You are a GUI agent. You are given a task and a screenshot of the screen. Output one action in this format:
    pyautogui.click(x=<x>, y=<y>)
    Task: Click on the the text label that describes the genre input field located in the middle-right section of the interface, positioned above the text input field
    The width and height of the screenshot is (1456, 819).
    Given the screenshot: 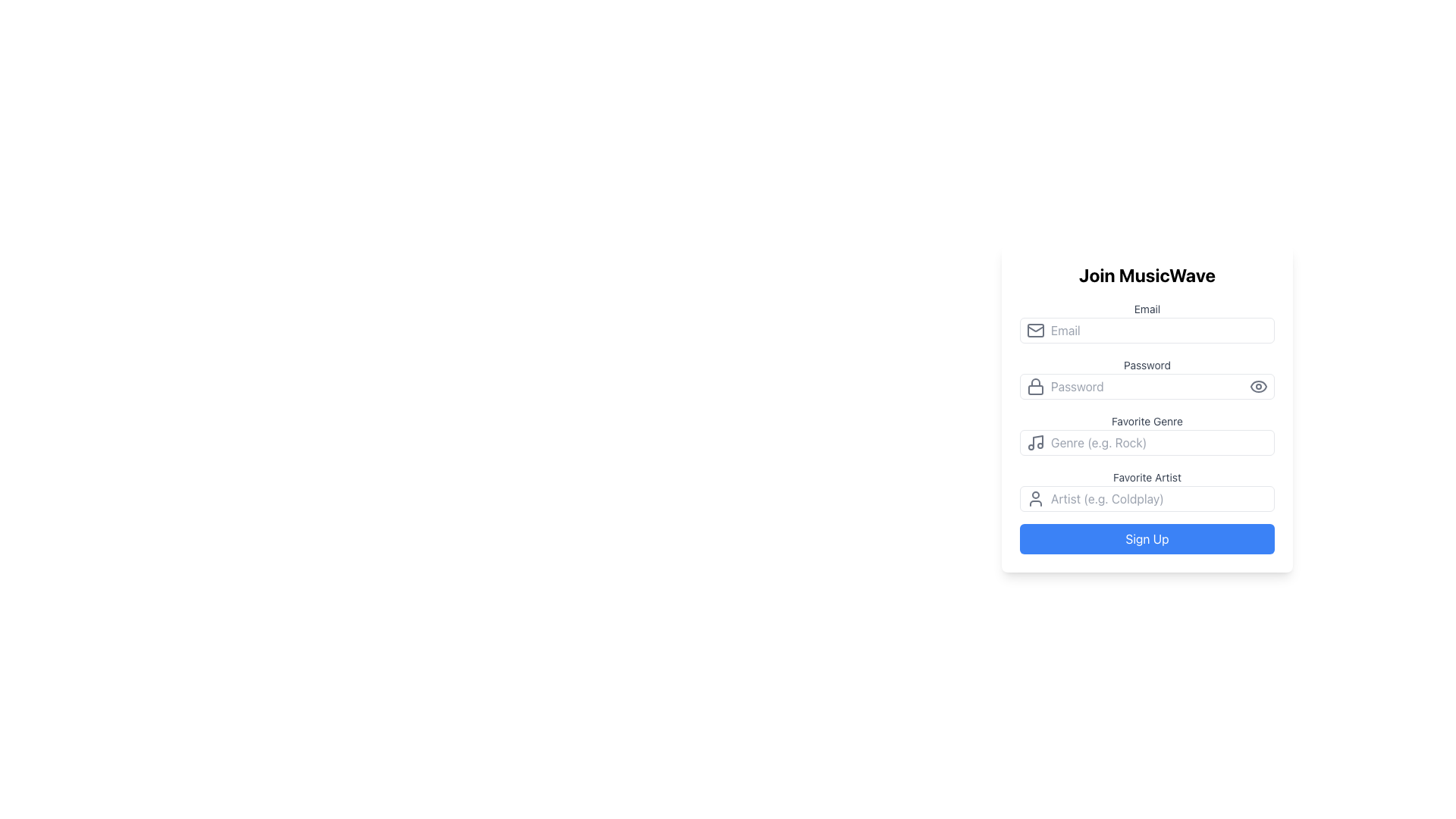 What is the action you would take?
    pyautogui.click(x=1147, y=421)
    